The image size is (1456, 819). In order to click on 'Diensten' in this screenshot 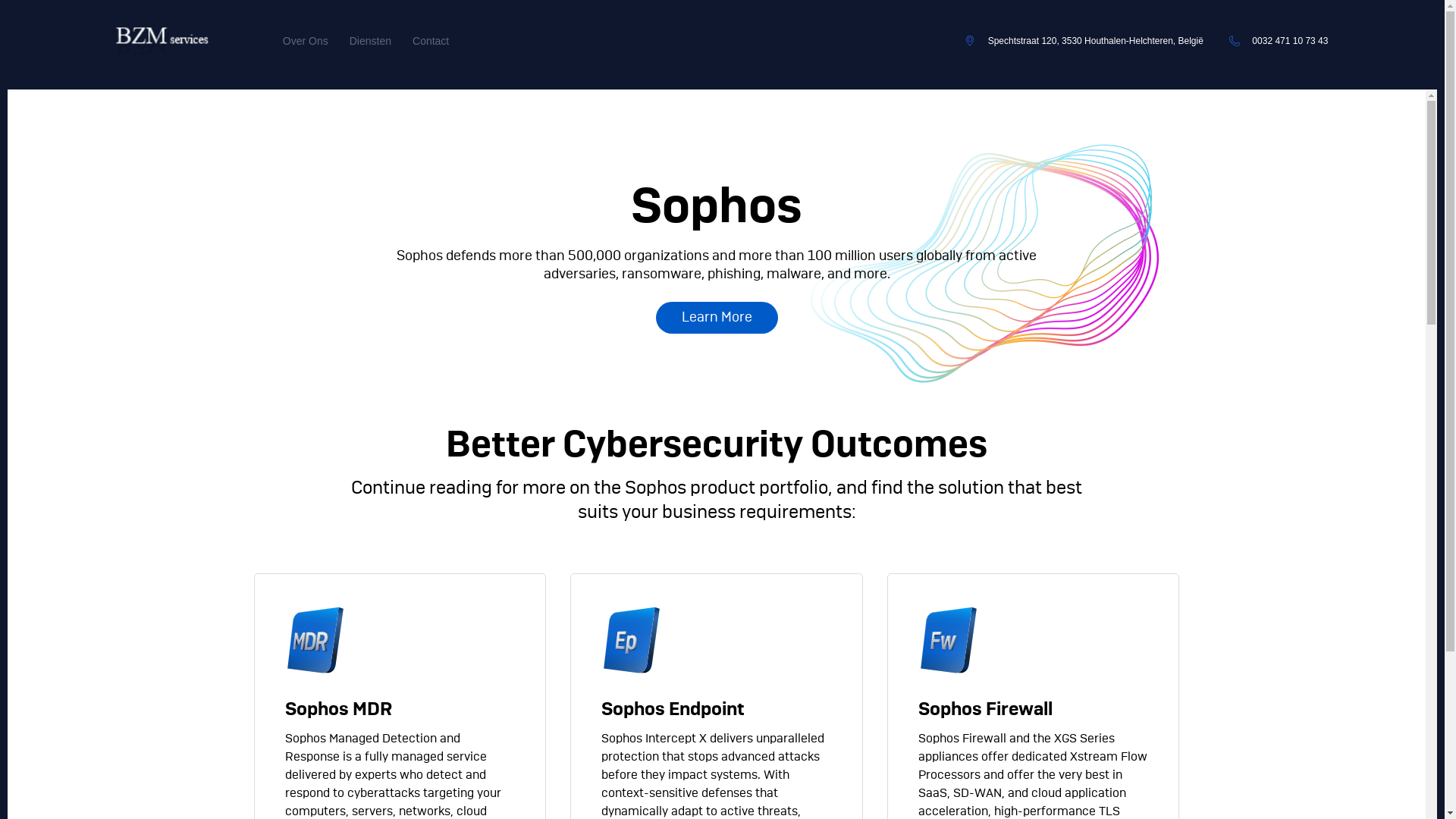, I will do `click(370, 40)`.